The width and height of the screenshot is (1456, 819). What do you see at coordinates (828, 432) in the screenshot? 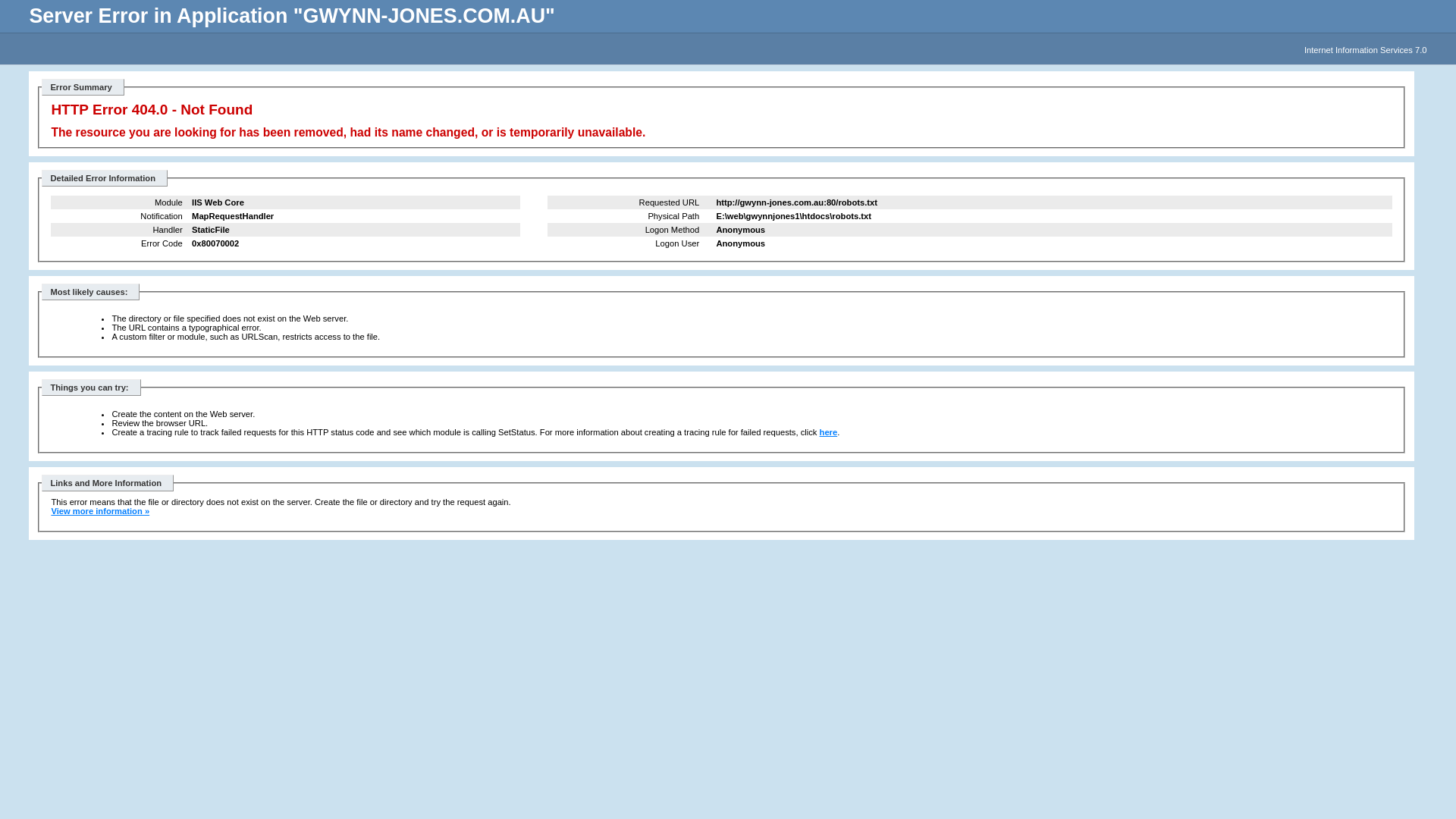
I see `'here'` at bounding box center [828, 432].